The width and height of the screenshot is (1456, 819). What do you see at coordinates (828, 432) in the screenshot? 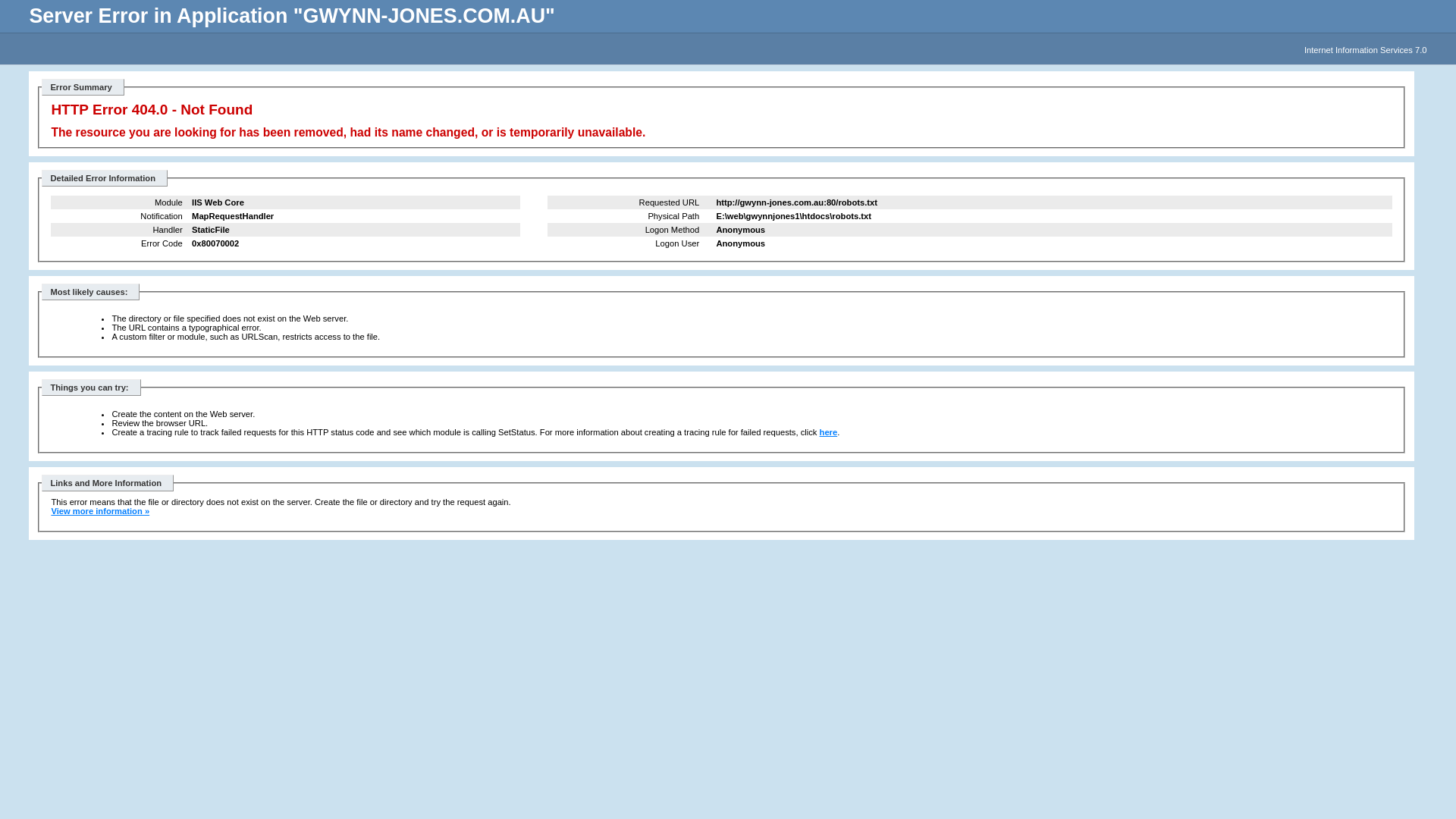
I see `'here'` at bounding box center [828, 432].